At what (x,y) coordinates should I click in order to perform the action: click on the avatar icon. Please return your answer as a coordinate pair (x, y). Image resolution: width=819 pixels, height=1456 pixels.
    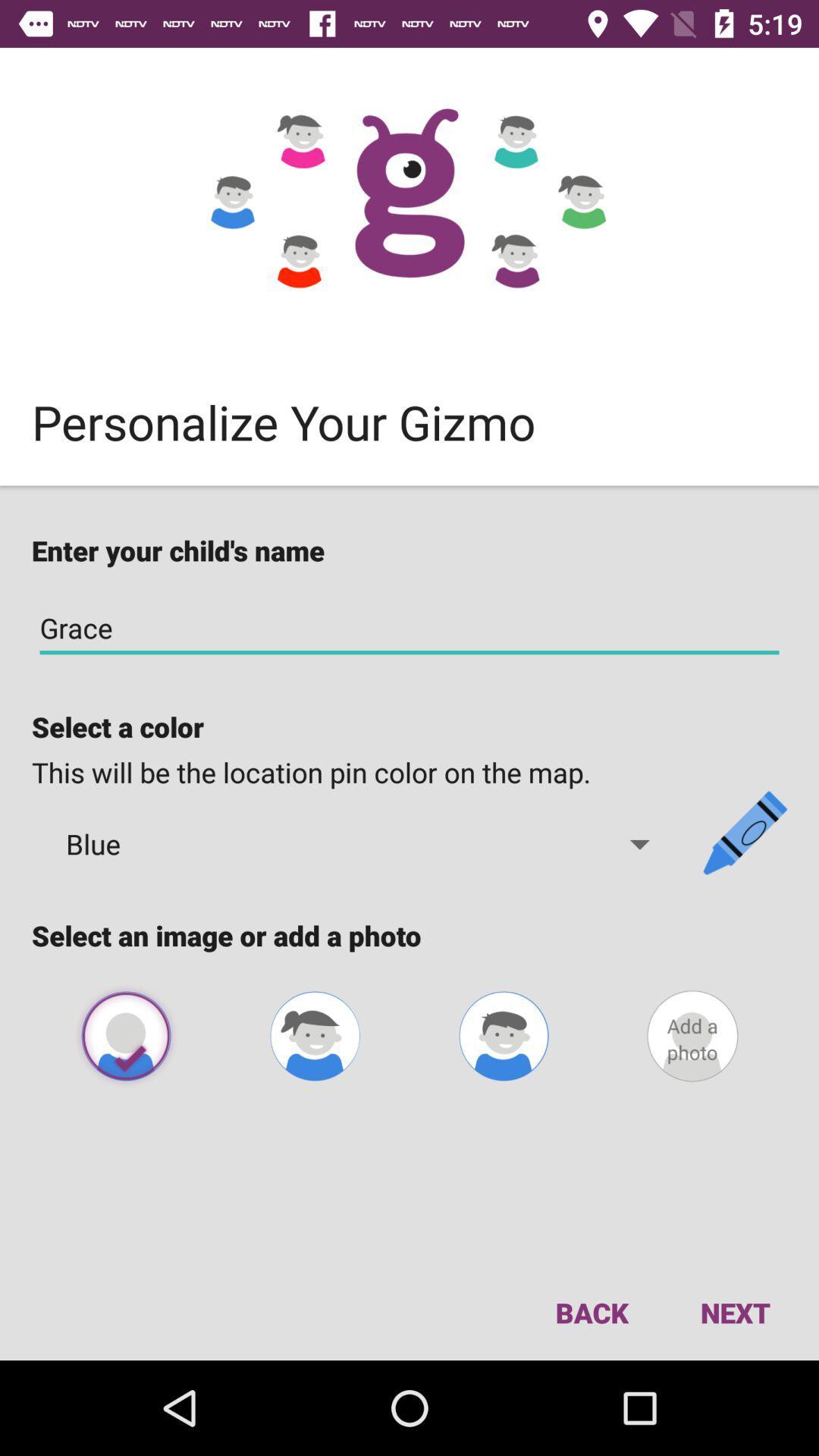
    Looking at the image, I should click on (314, 1035).